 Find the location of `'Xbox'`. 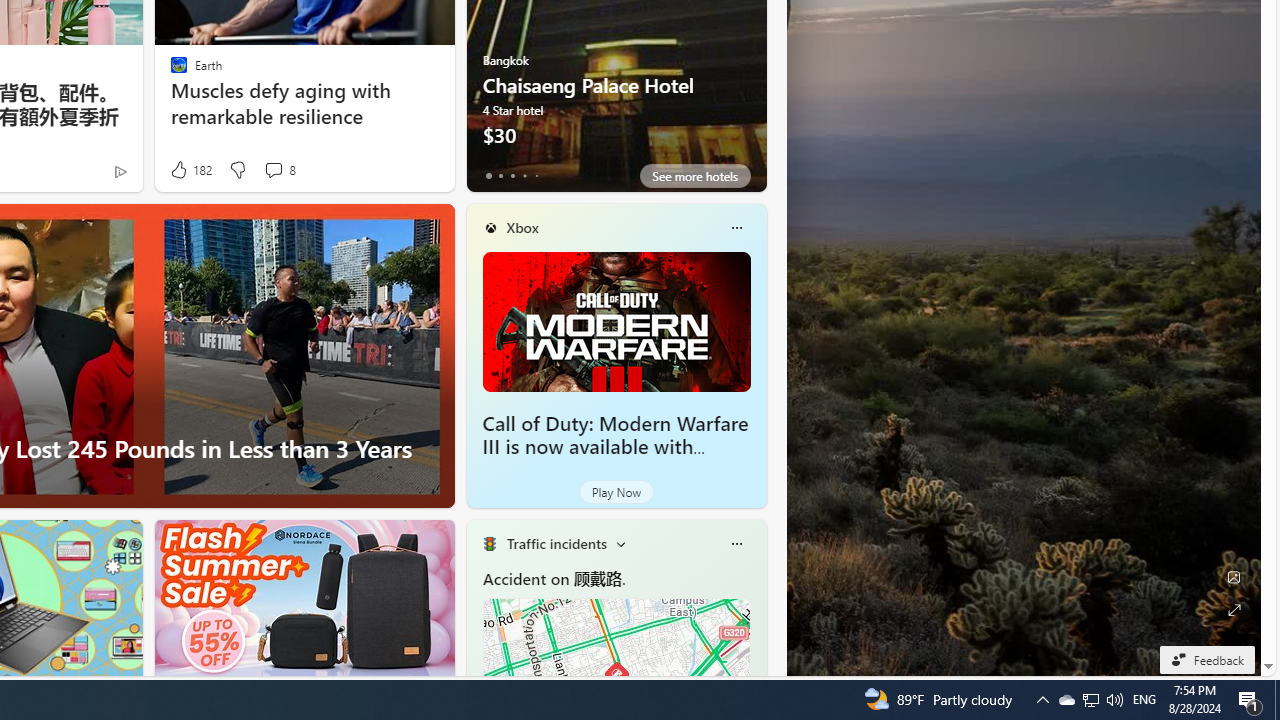

'Xbox' is located at coordinates (522, 226).